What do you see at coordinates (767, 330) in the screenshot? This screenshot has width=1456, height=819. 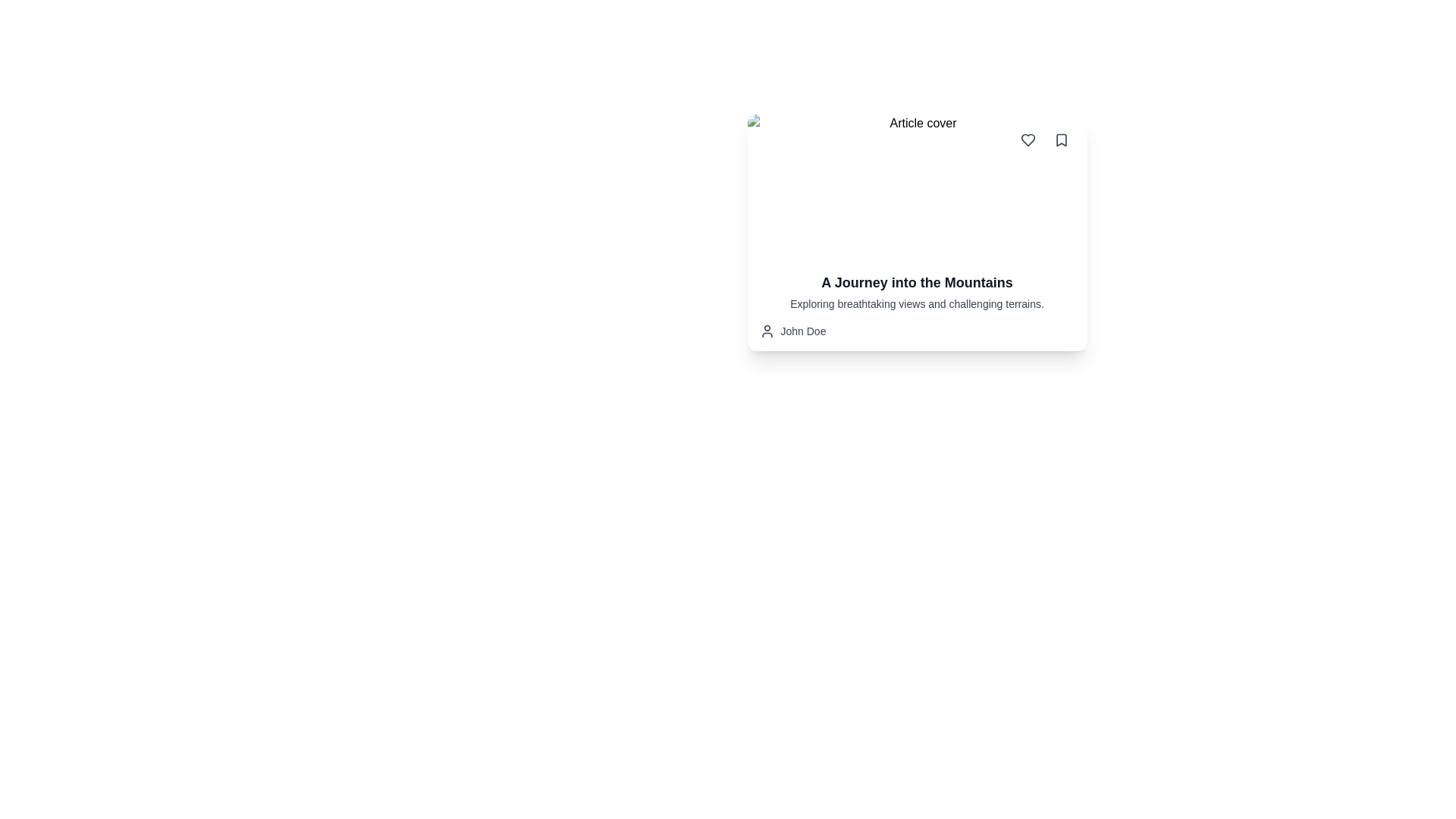 I see `the user silhouette icon, which is a minimalist outline design located near the name 'John Doe' at the bottom-left corner of the article details card` at bounding box center [767, 330].